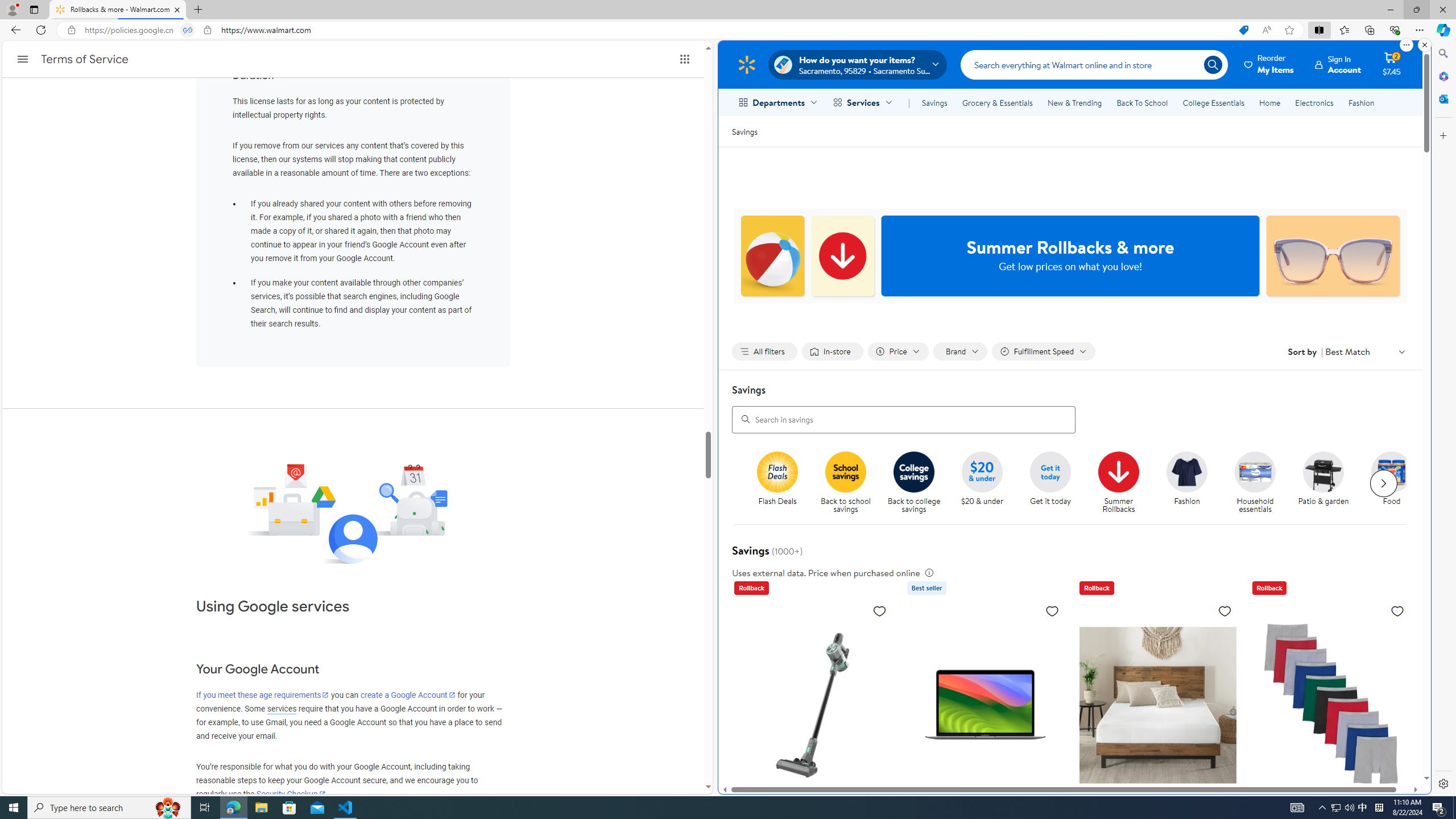 This screenshot has width=1456, height=819. Describe the element at coordinates (1157, 704) in the screenshot. I see `'Zinus Spa Sensations Serenity 8" Memory Foam Mattress, Full'` at that location.